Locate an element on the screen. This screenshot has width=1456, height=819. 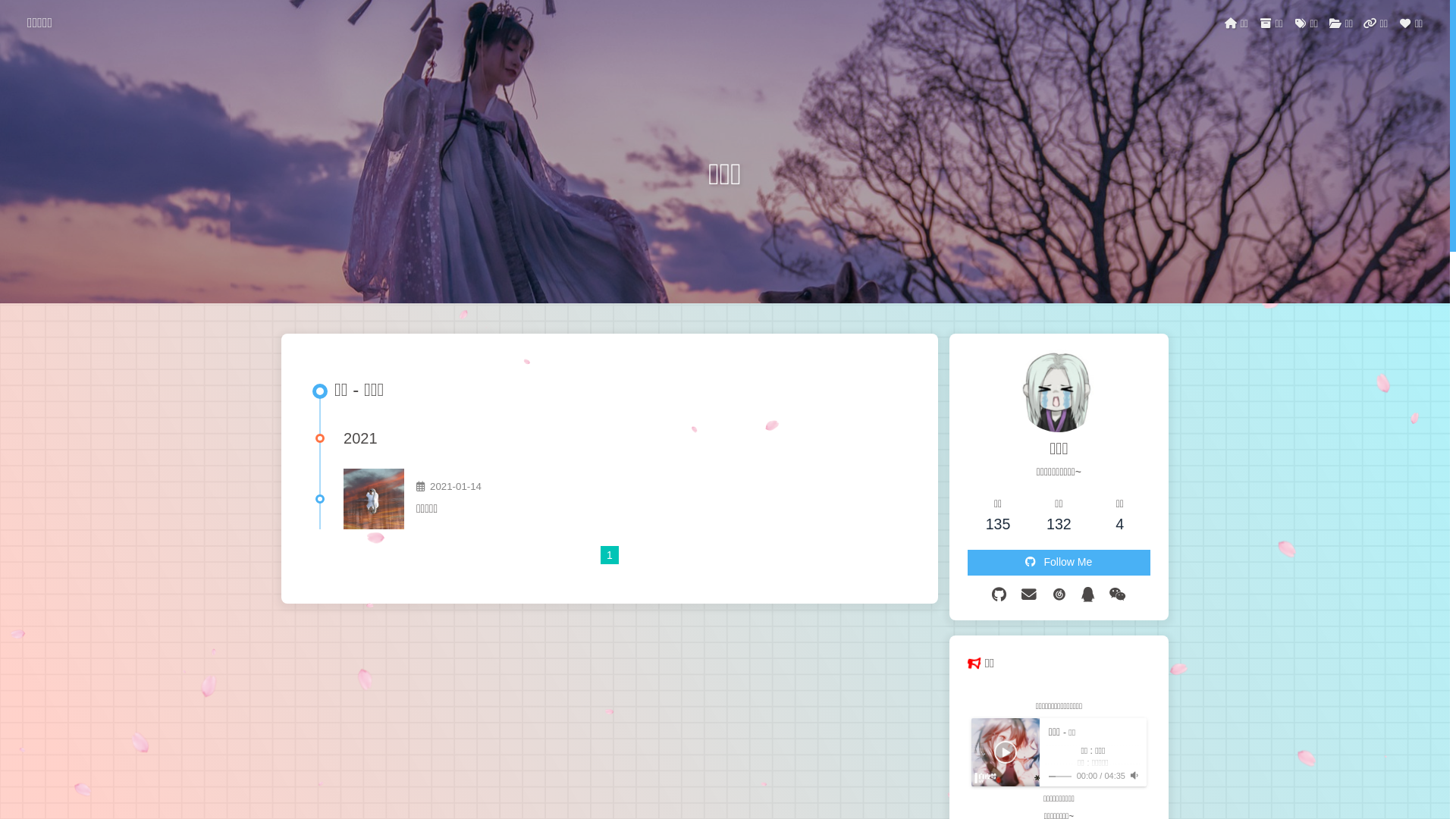
'Follow Me' is located at coordinates (967, 562).